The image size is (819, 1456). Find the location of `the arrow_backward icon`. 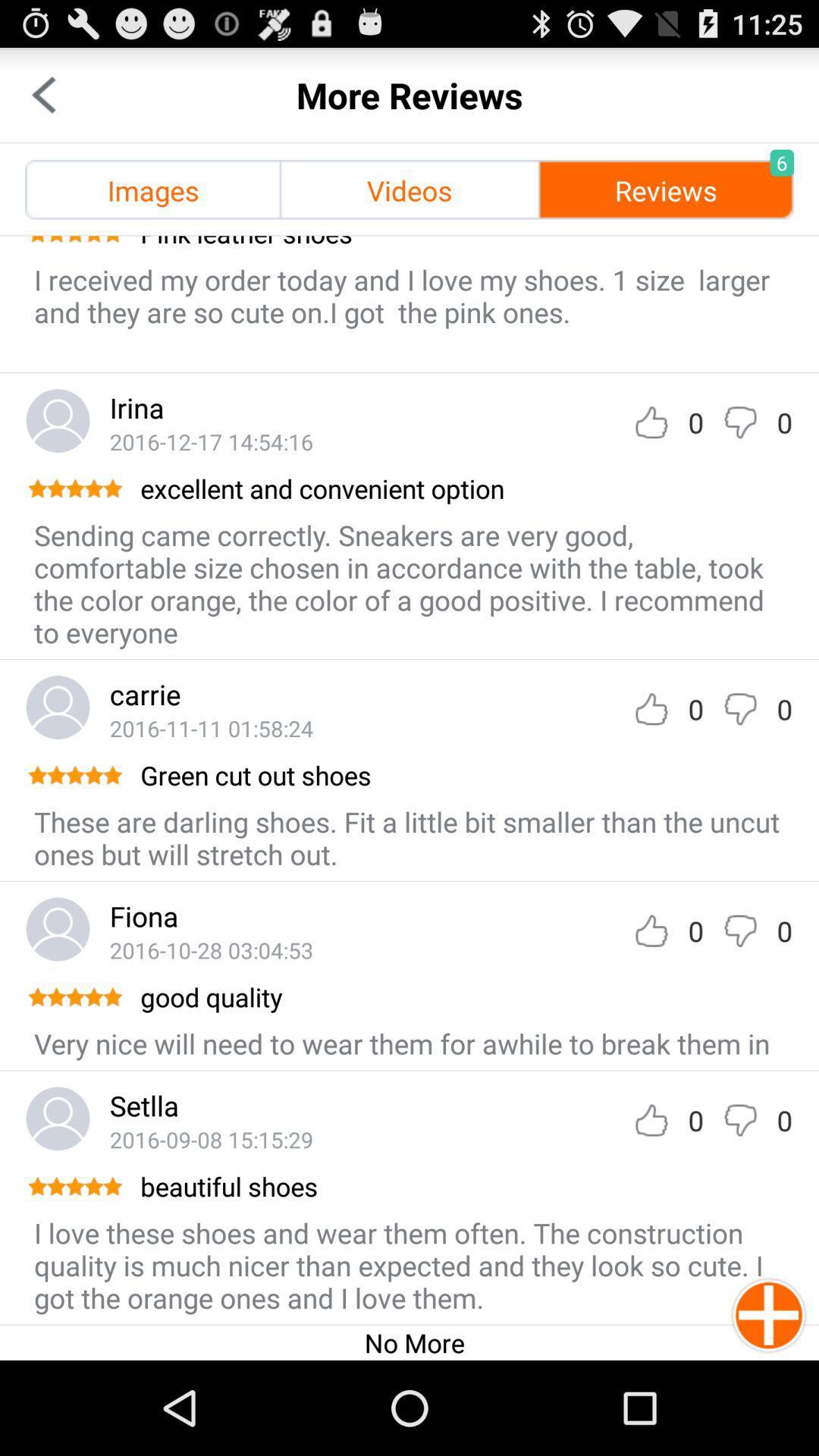

the arrow_backward icon is located at coordinates (42, 101).